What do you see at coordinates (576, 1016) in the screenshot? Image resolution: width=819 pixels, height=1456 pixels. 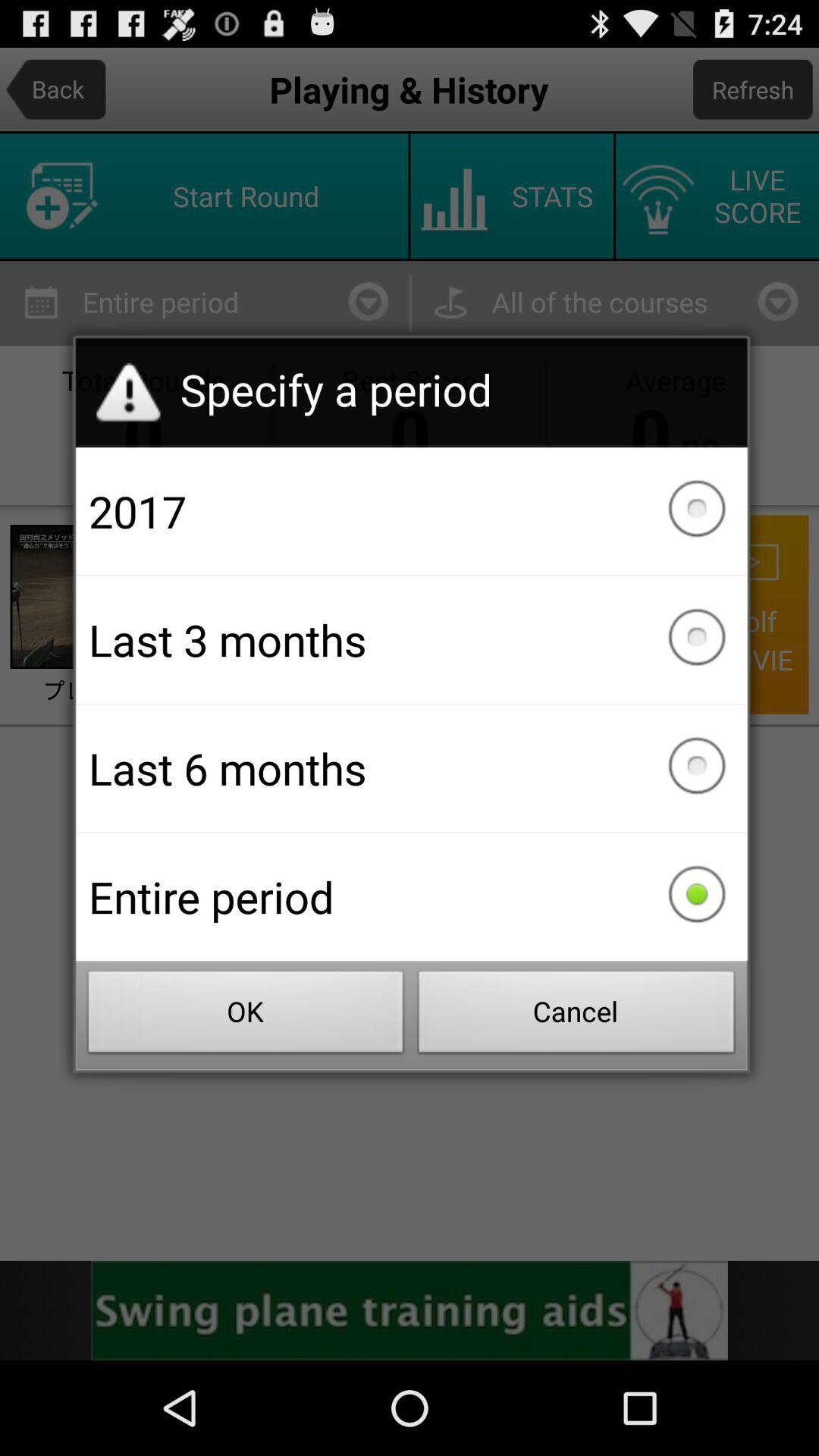 I see `the icon at the bottom right corner` at bounding box center [576, 1016].